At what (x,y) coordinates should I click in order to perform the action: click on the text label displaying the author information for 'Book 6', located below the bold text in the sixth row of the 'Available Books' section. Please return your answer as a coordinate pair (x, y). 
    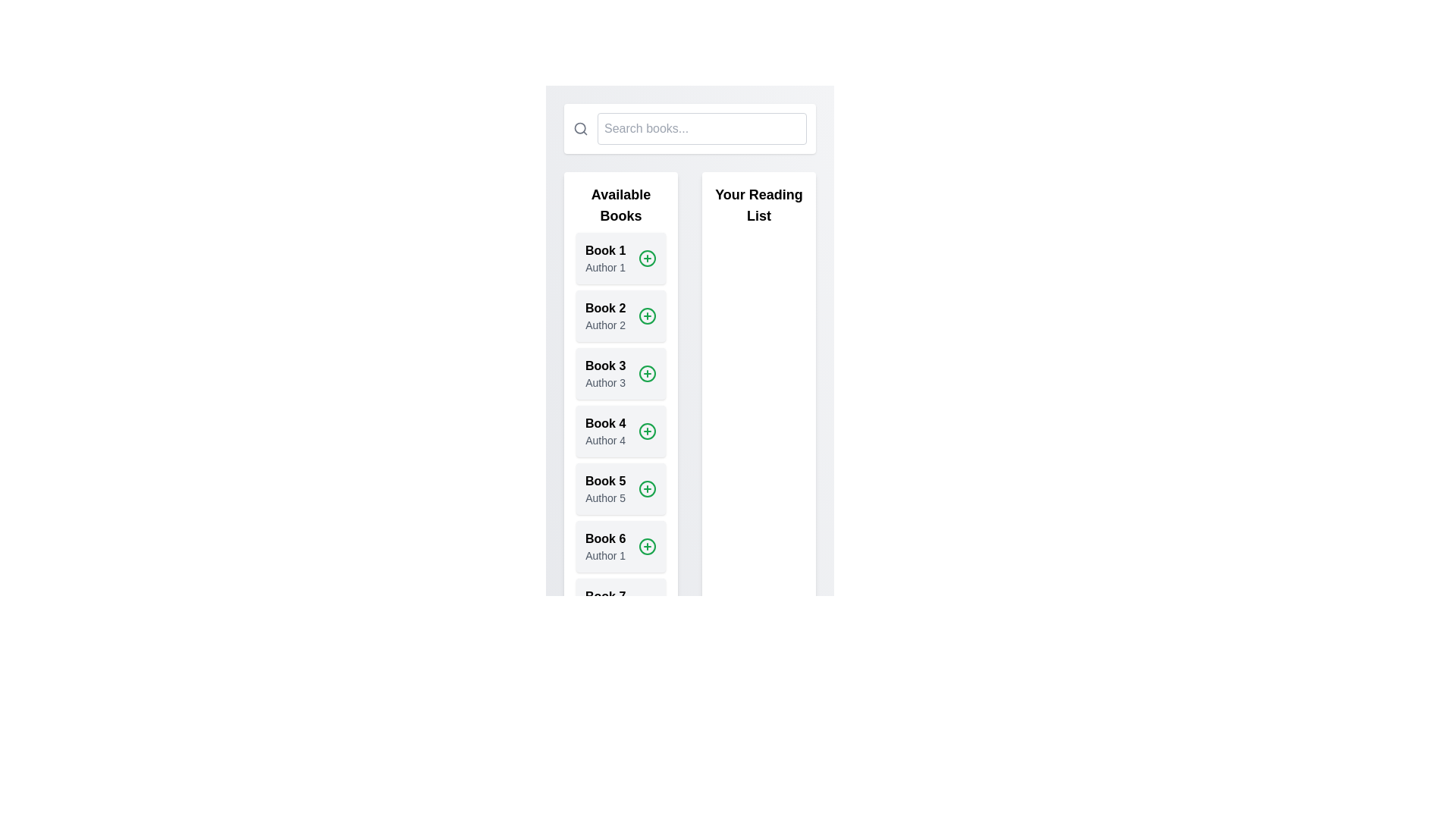
    Looking at the image, I should click on (604, 555).